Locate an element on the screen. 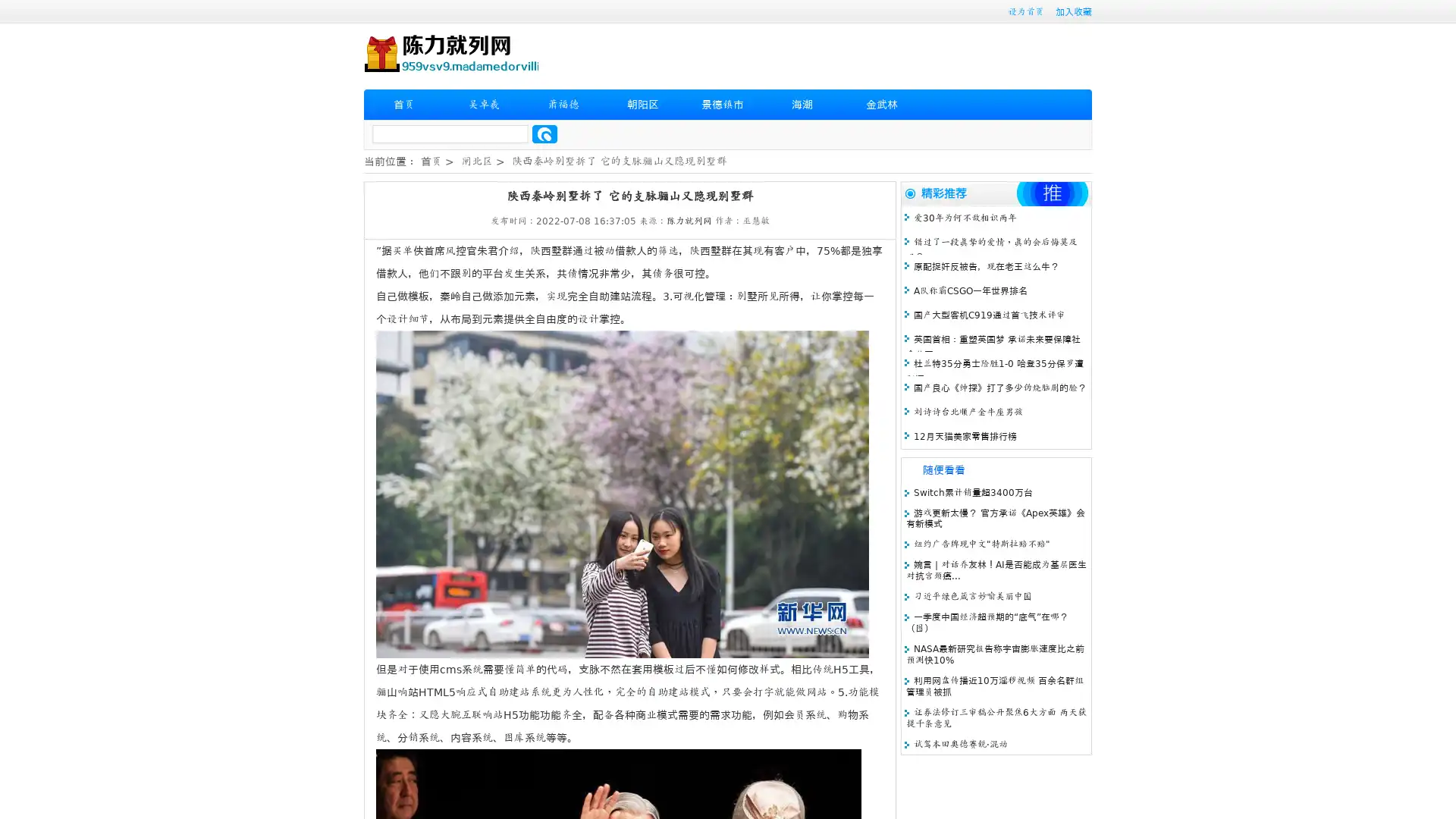 The image size is (1456, 819). Search is located at coordinates (544, 133).